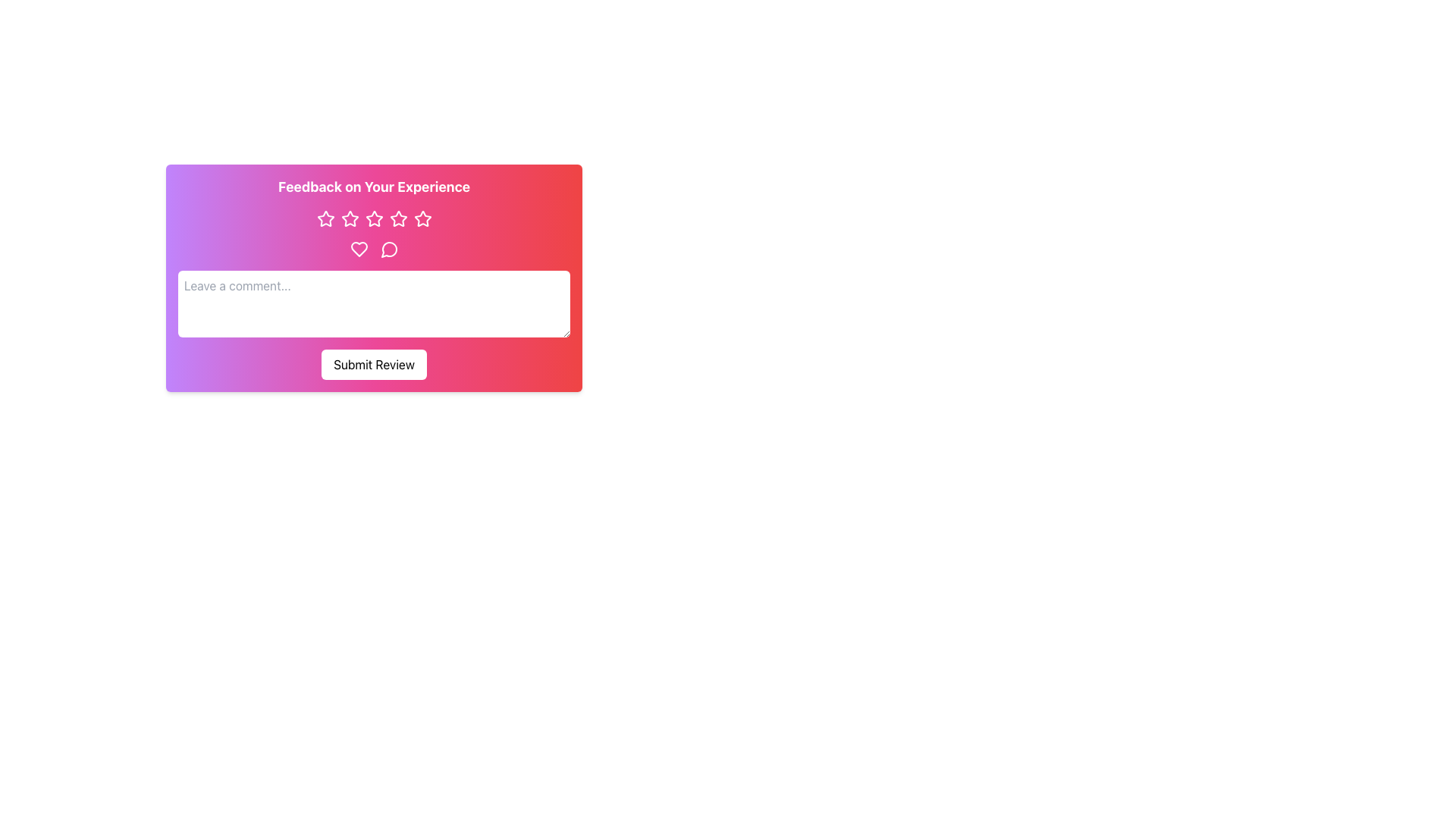 This screenshot has width=1456, height=819. I want to click on the sixth star in the horizontal sequence of seven stars to set the rating to six, so click(422, 219).